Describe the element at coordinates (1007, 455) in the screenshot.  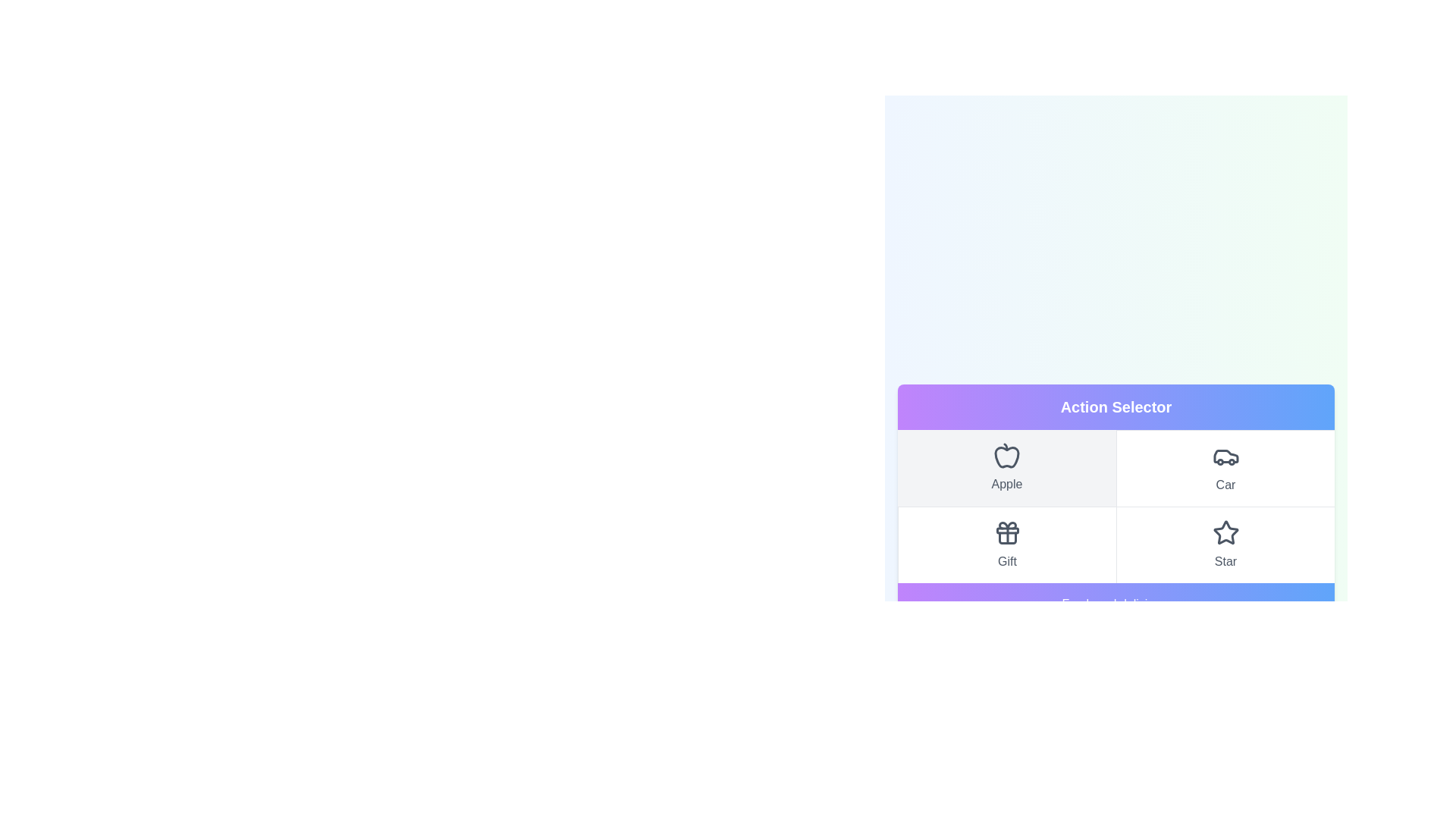
I see `the Apple Icon (SVG) located in the top-left cell of a 2x2 grid layout` at that location.